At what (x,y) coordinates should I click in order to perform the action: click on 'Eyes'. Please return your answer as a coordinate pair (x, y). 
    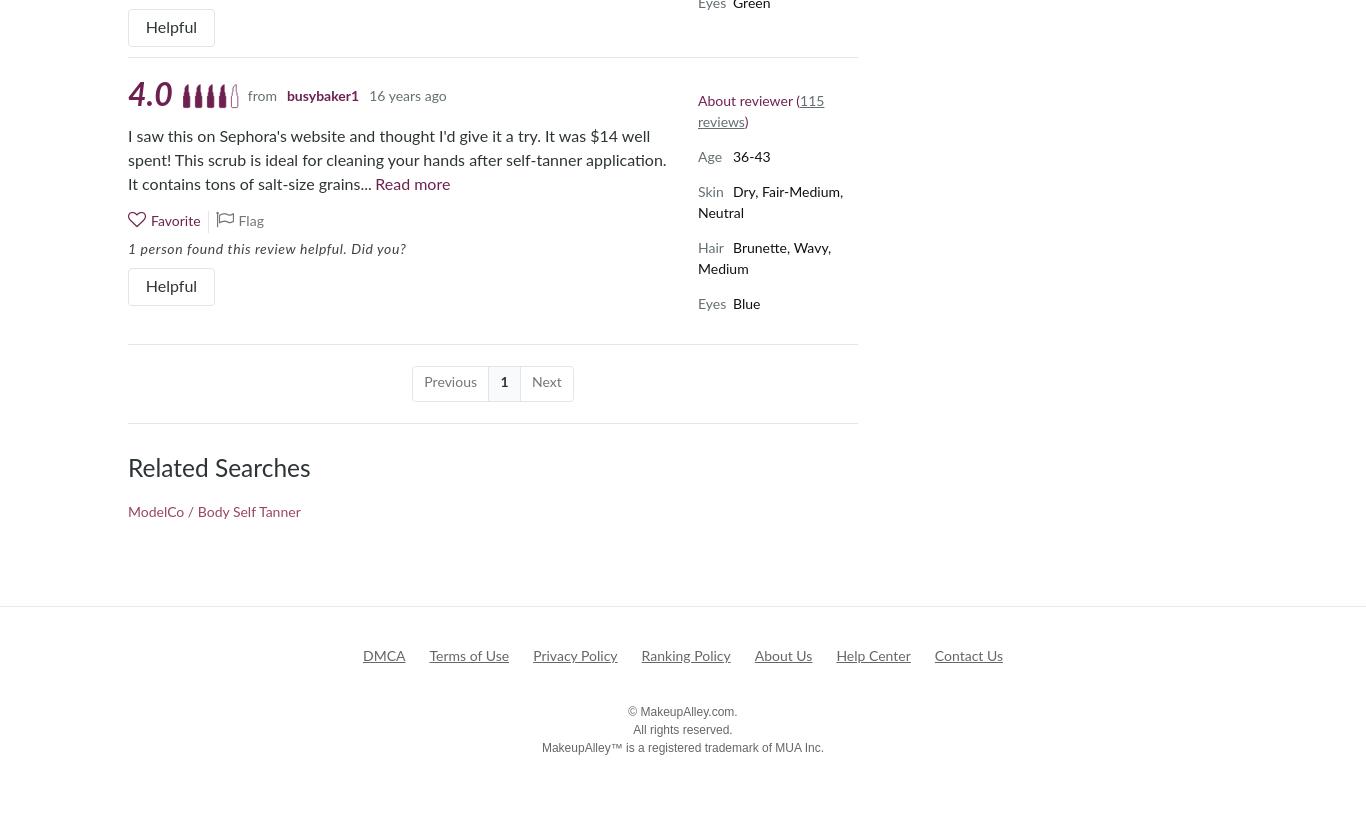
    Looking at the image, I should click on (698, 303).